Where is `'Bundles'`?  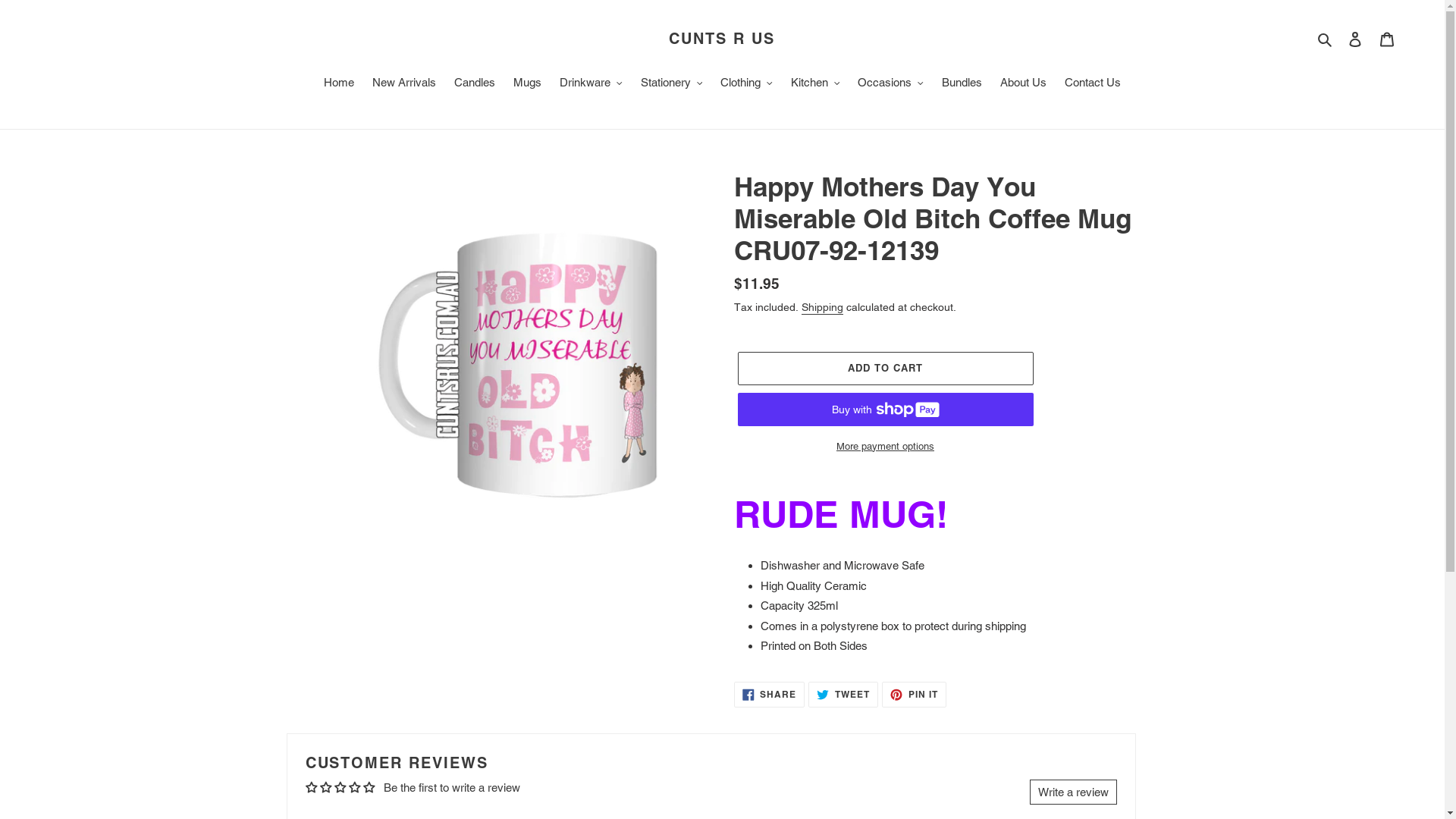 'Bundles' is located at coordinates (934, 84).